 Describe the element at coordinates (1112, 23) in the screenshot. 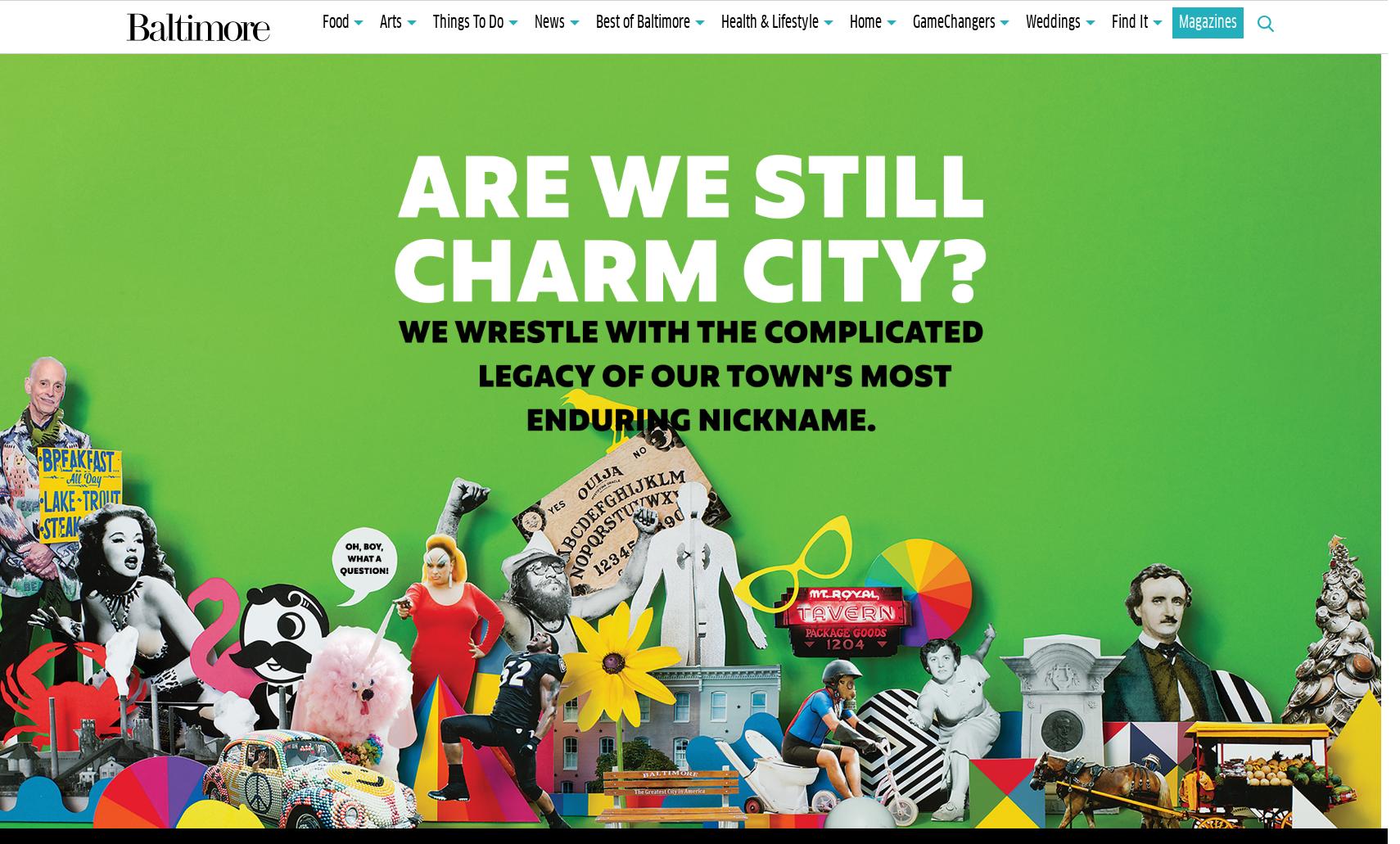

I see `'Find It'` at that location.